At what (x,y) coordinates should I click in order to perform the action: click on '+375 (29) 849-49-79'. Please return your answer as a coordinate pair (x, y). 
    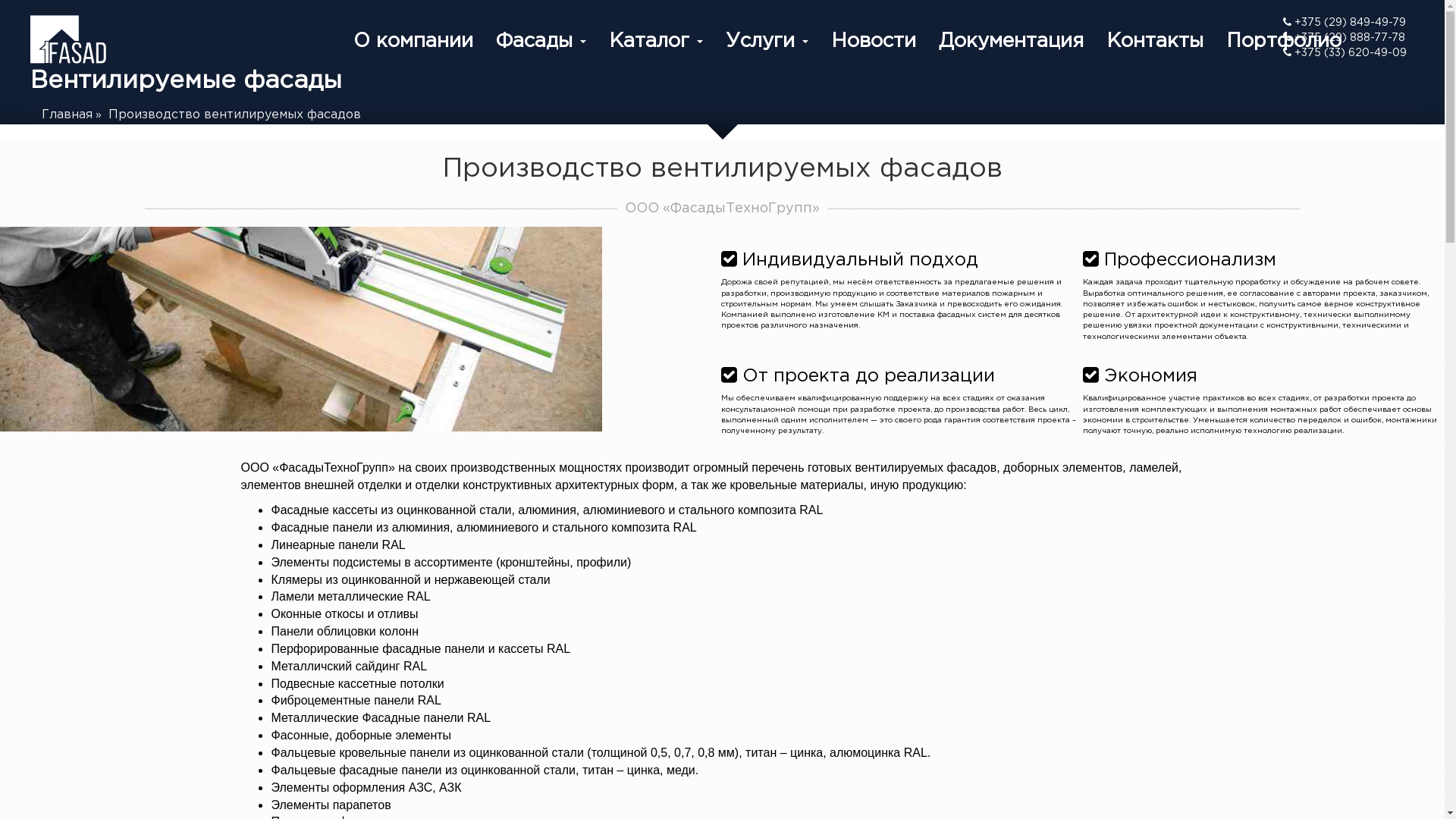
    Looking at the image, I should click on (1345, 23).